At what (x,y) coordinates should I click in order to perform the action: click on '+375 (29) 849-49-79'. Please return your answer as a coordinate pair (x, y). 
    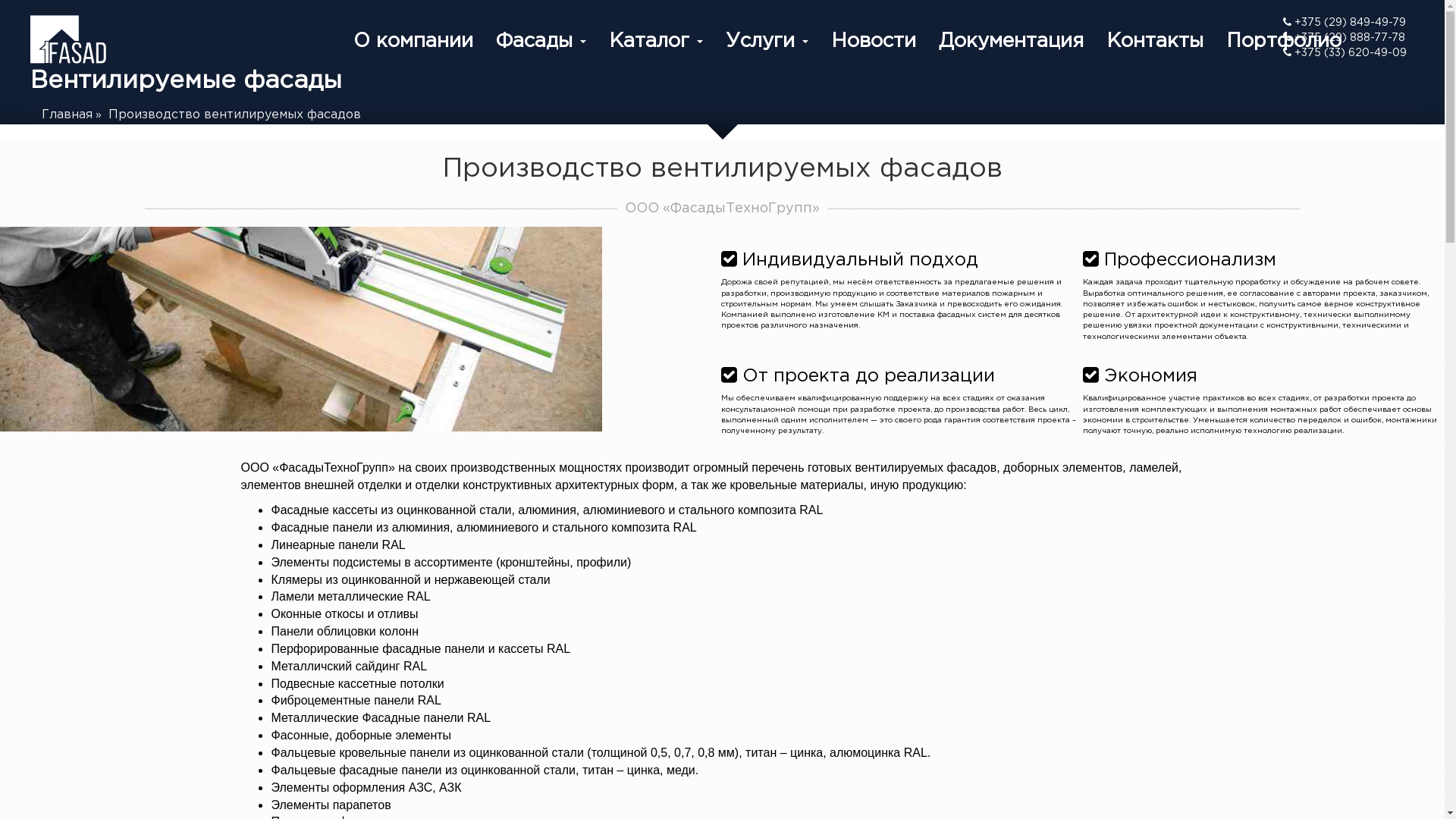
    Looking at the image, I should click on (1345, 23).